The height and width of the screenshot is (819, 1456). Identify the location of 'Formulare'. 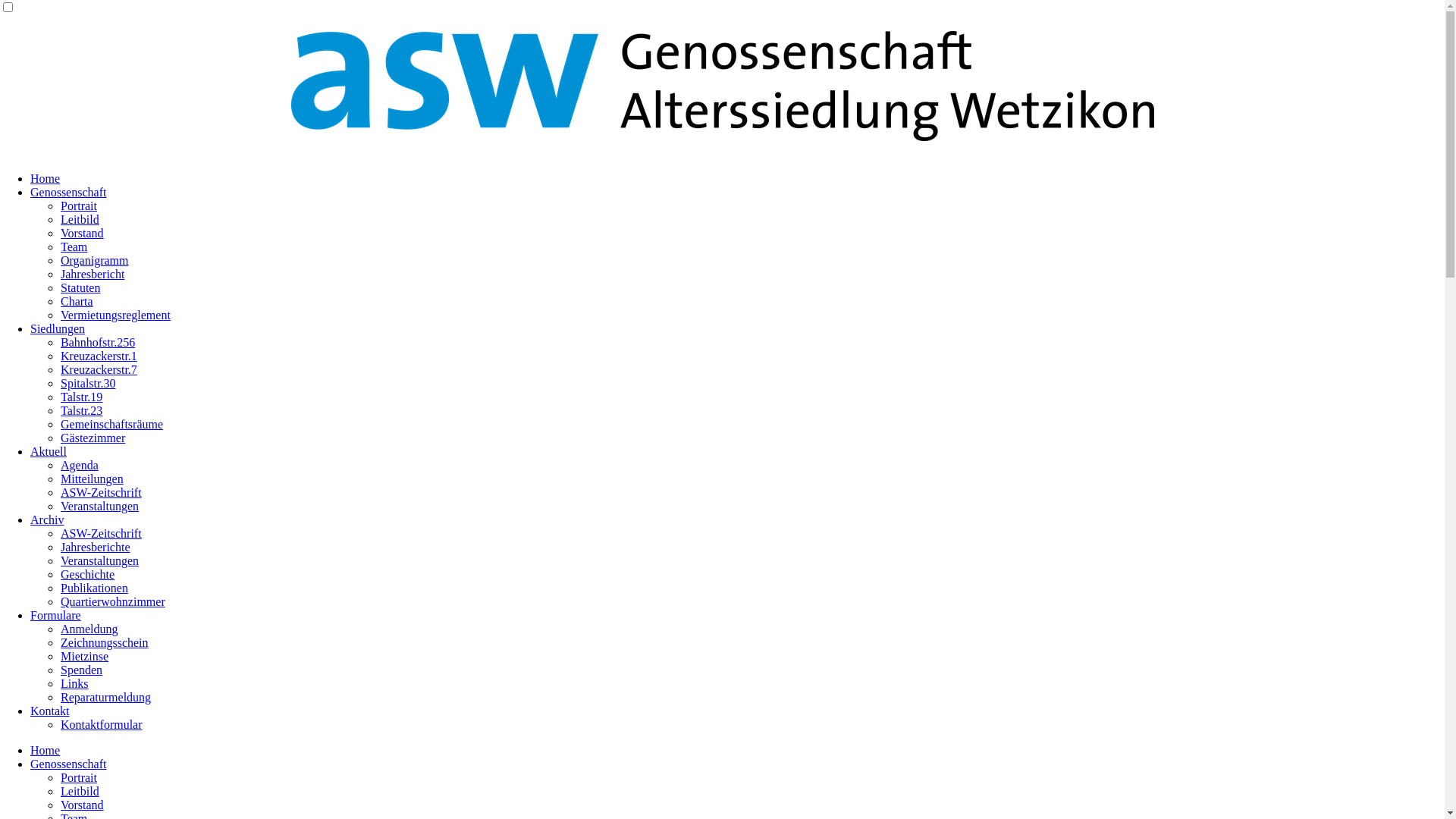
(55, 615).